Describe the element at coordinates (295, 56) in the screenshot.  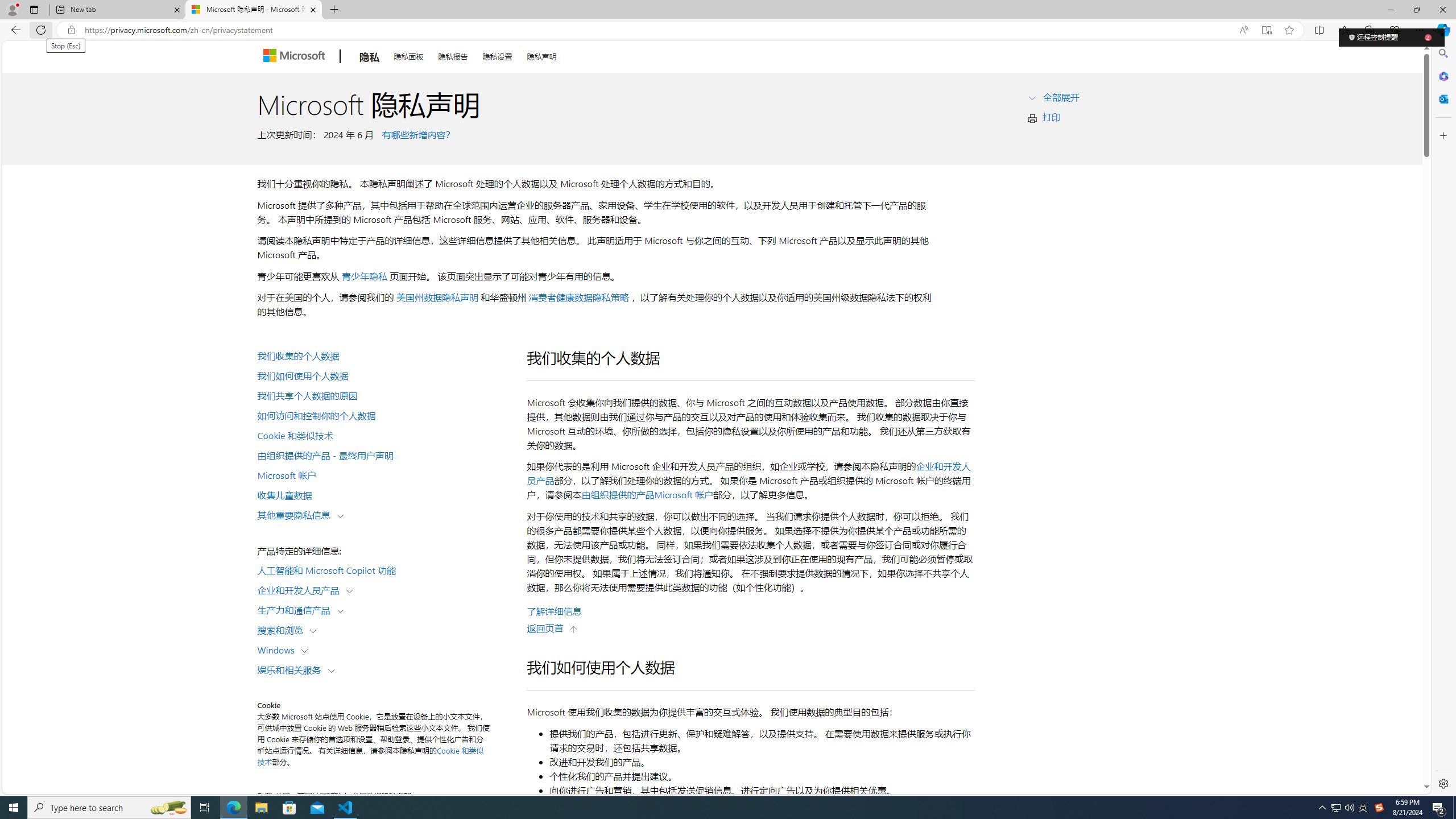
I see `'Microsoft'` at that location.